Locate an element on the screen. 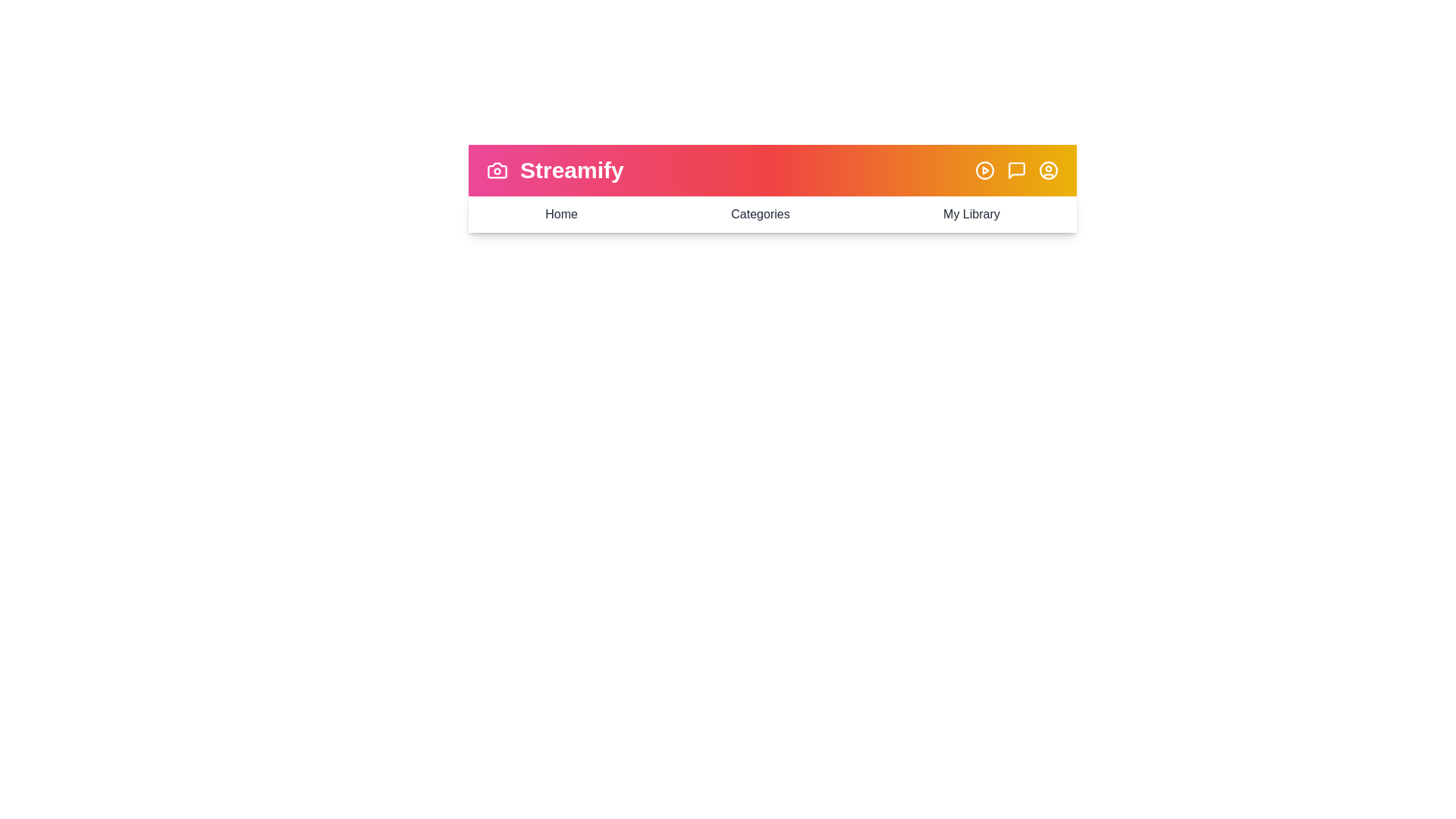 The height and width of the screenshot is (819, 1456). the 'My Library' menu item to navigate to the My Library view is located at coordinates (971, 214).